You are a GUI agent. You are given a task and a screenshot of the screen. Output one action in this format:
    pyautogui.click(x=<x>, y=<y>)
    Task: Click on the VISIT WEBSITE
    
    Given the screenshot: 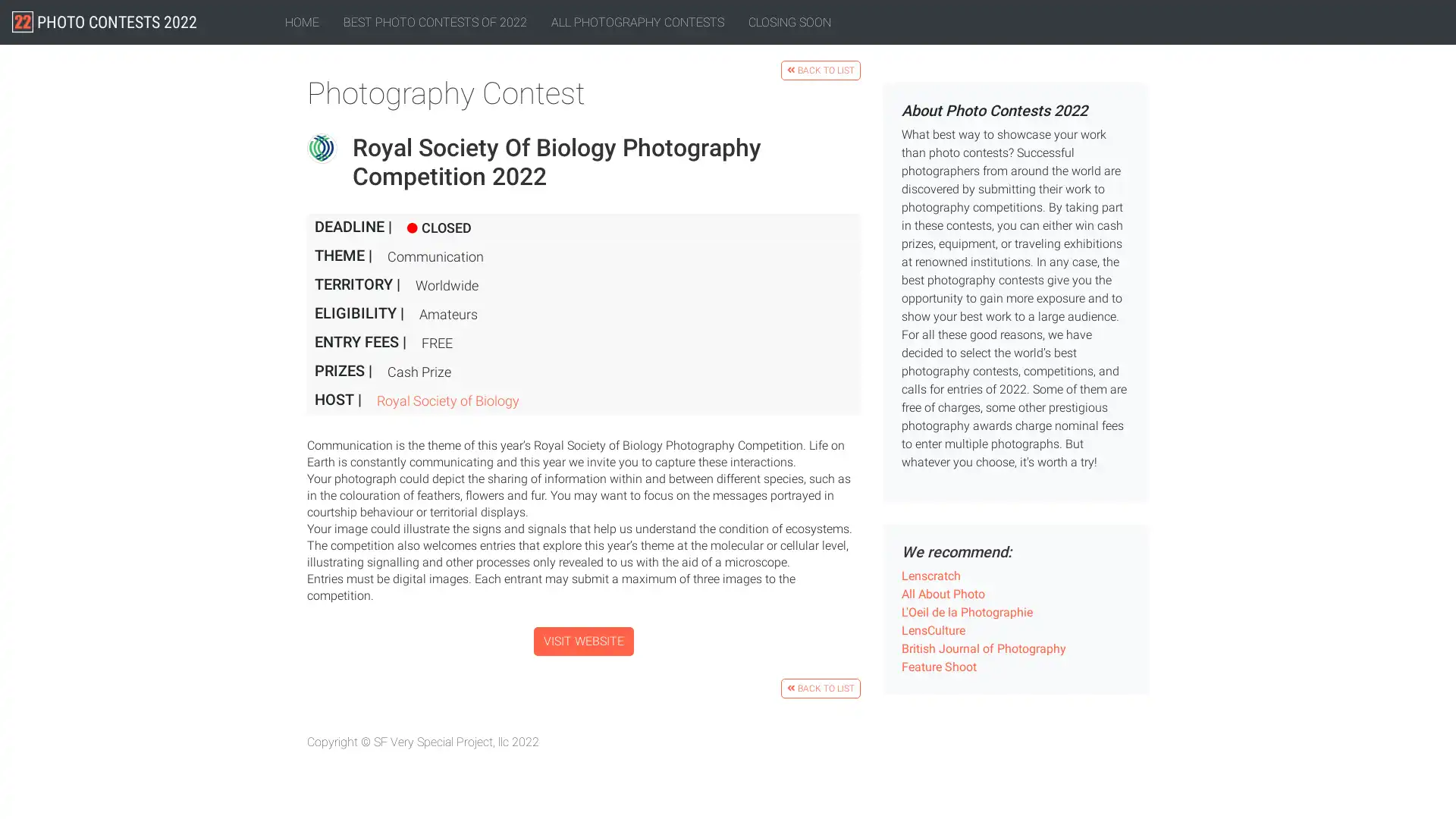 What is the action you would take?
    pyautogui.click(x=582, y=640)
    